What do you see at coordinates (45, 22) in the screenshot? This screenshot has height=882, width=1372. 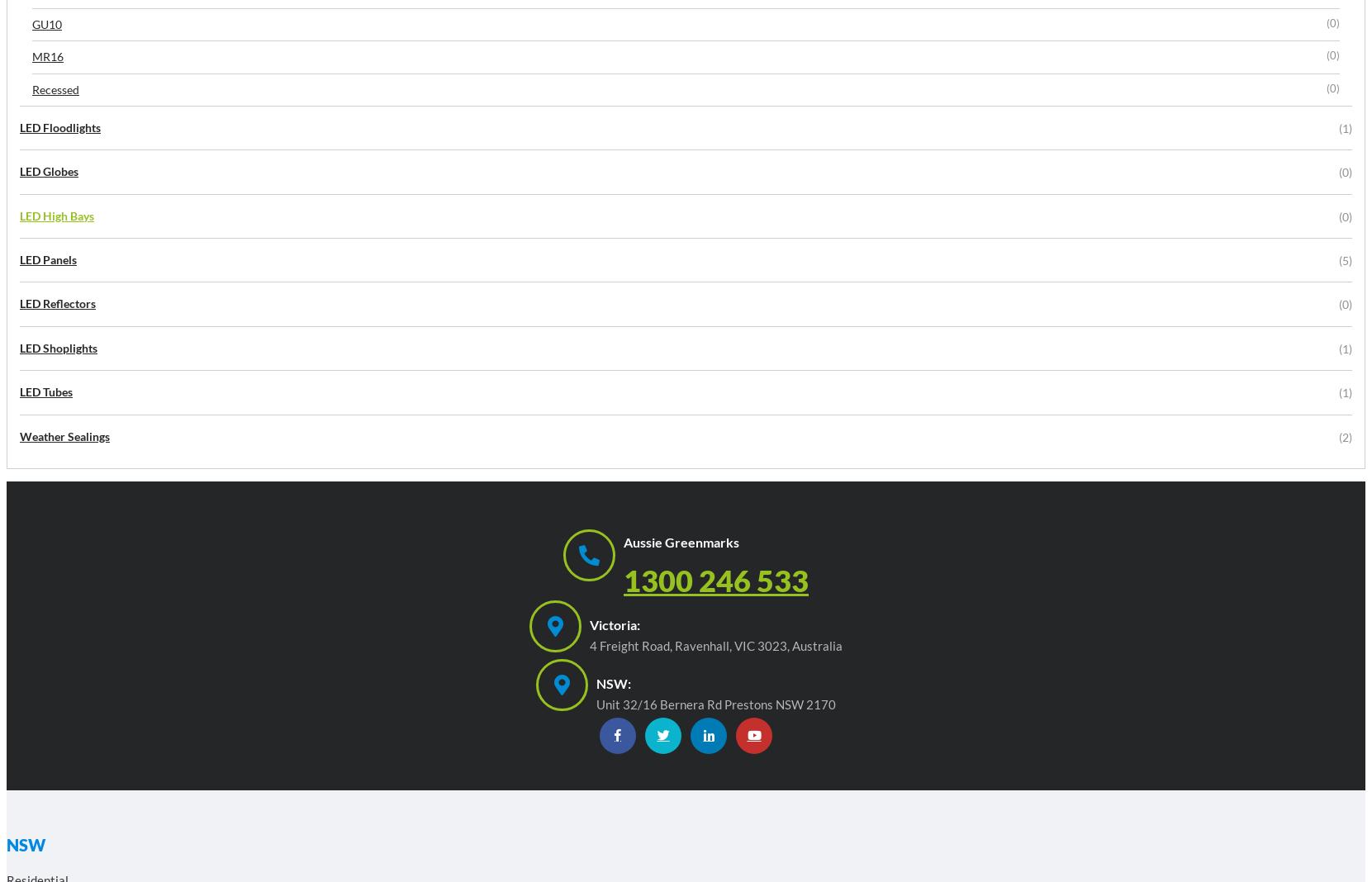 I see `'GU10'` at bounding box center [45, 22].